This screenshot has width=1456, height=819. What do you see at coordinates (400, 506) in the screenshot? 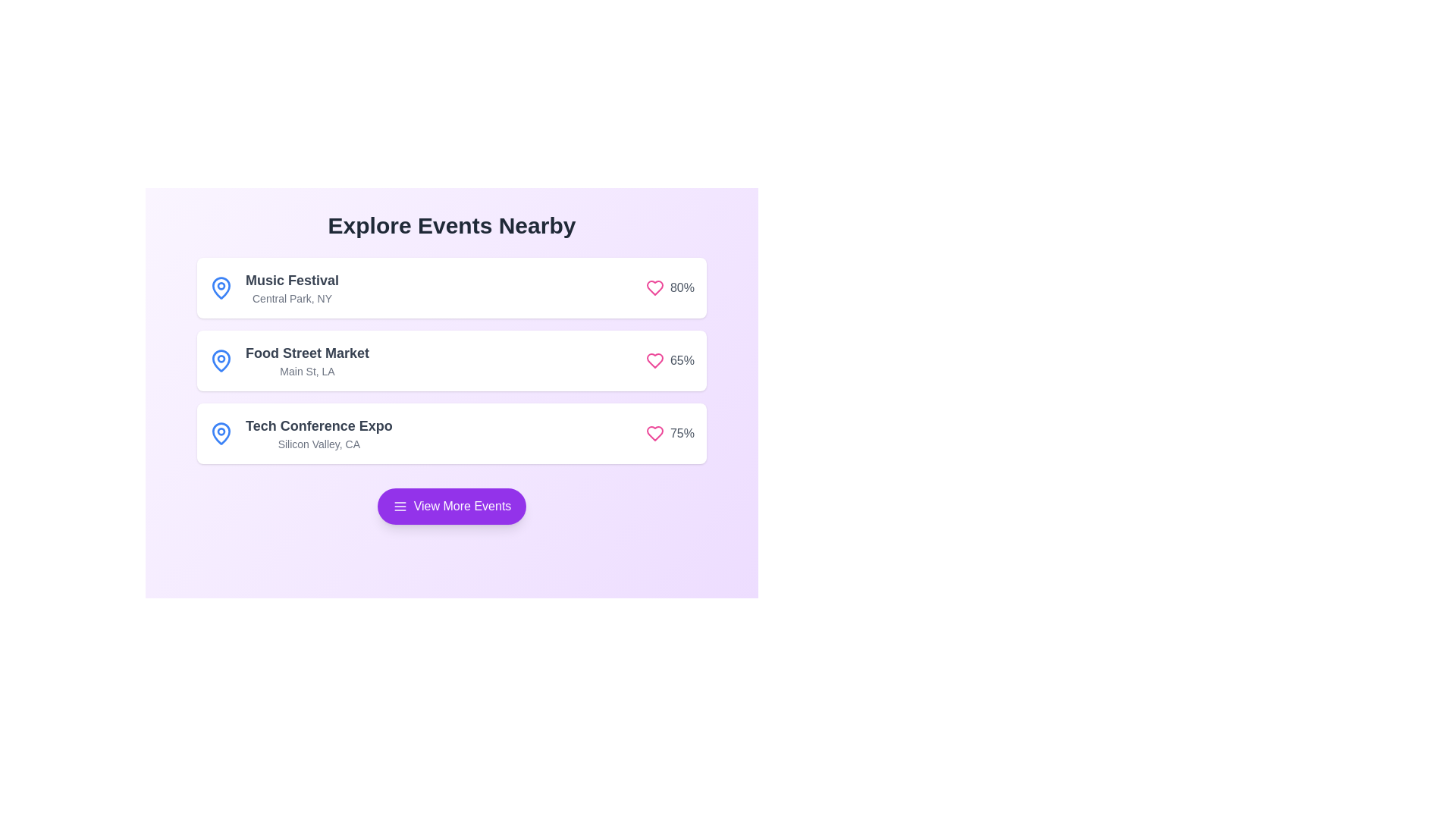
I see `menu icon located on the left side of the purple rounded button labeled 'View More Events'` at bounding box center [400, 506].